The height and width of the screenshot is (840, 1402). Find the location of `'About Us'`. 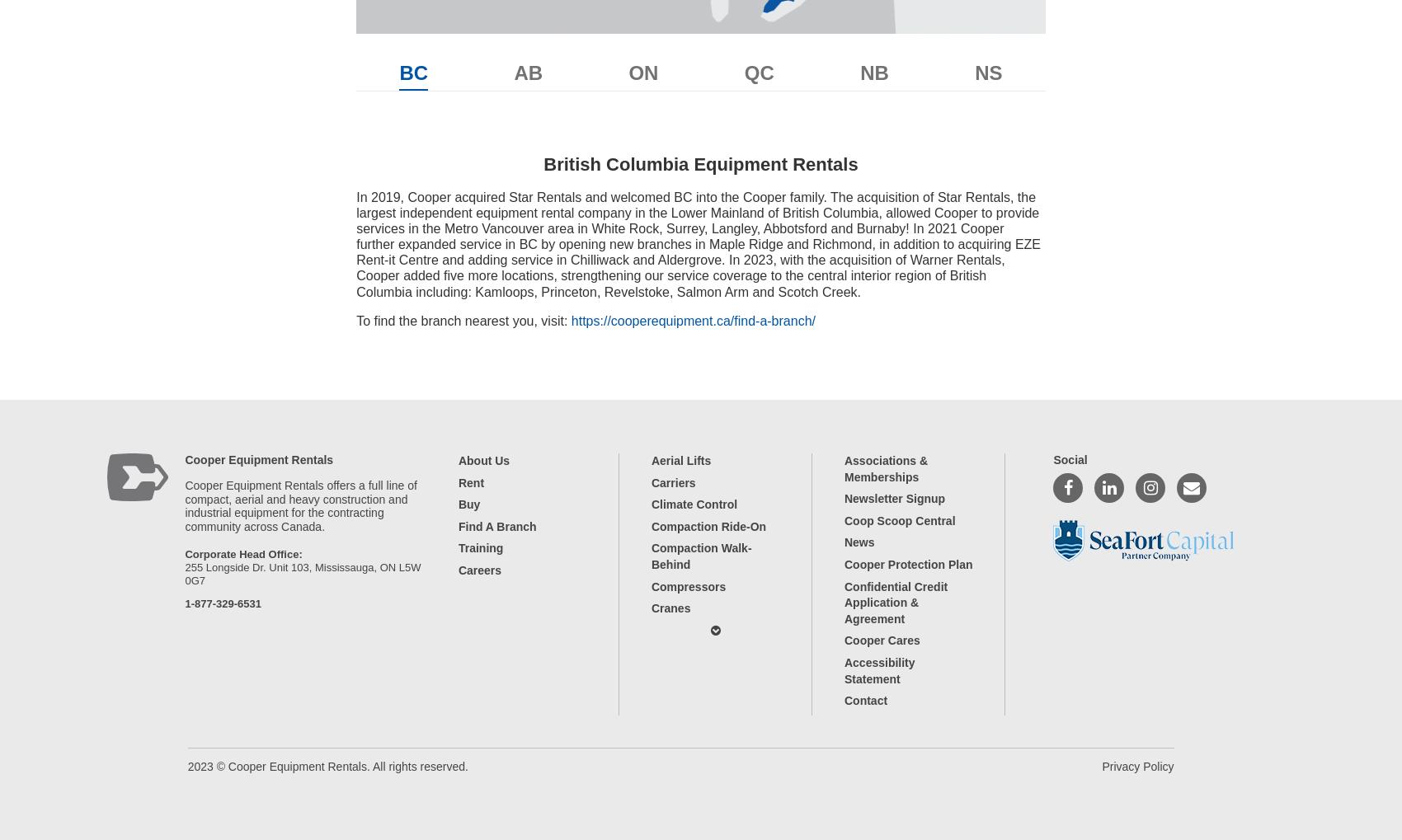

'About Us' is located at coordinates (482, 460).